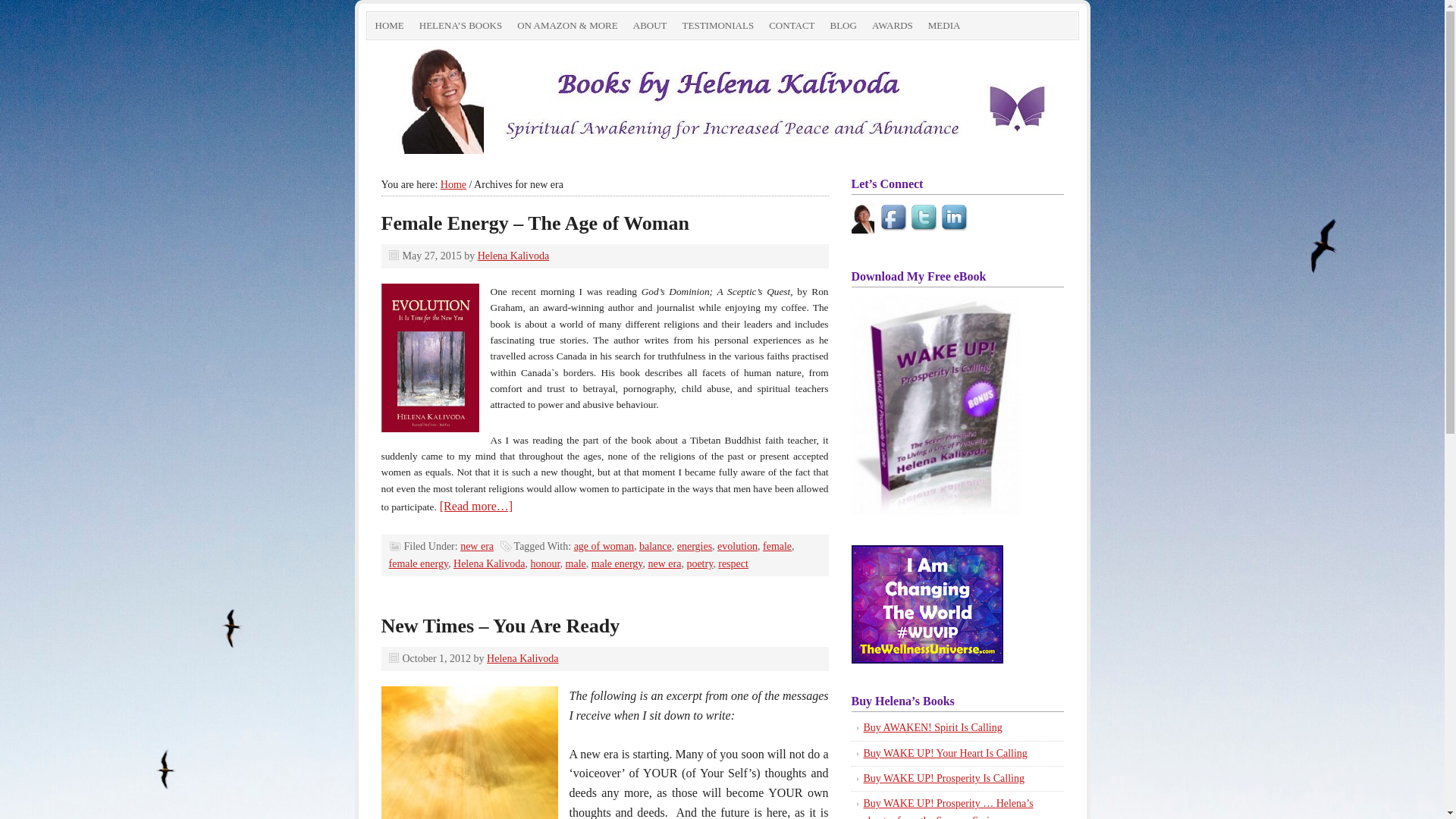  Describe the element at coordinates (790, 26) in the screenshot. I see `'CONTACT'` at that location.